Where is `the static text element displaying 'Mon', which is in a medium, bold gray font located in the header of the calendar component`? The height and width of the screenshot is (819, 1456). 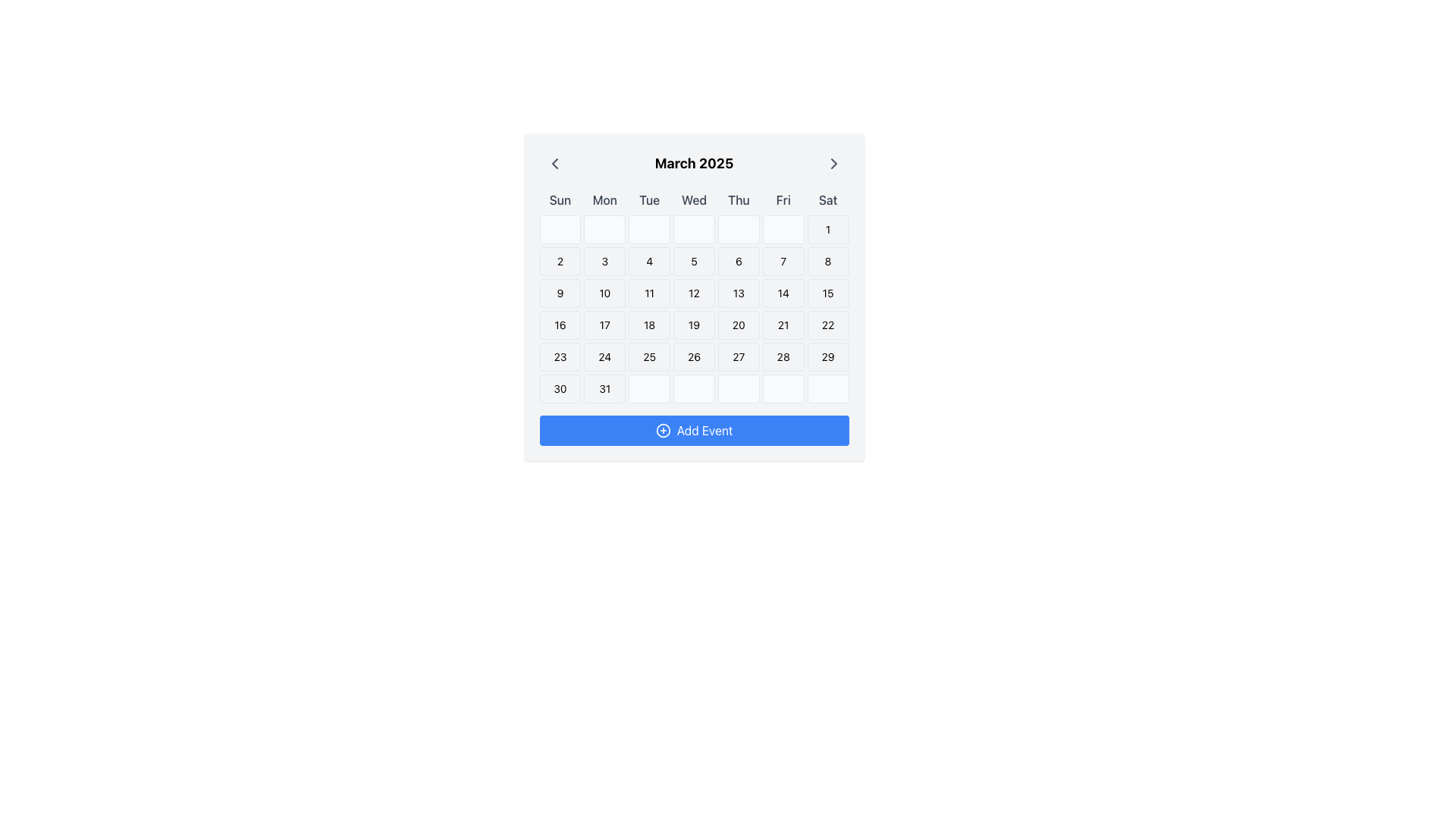 the static text element displaying 'Mon', which is in a medium, bold gray font located in the header of the calendar component is located at coordinates (604, 199).